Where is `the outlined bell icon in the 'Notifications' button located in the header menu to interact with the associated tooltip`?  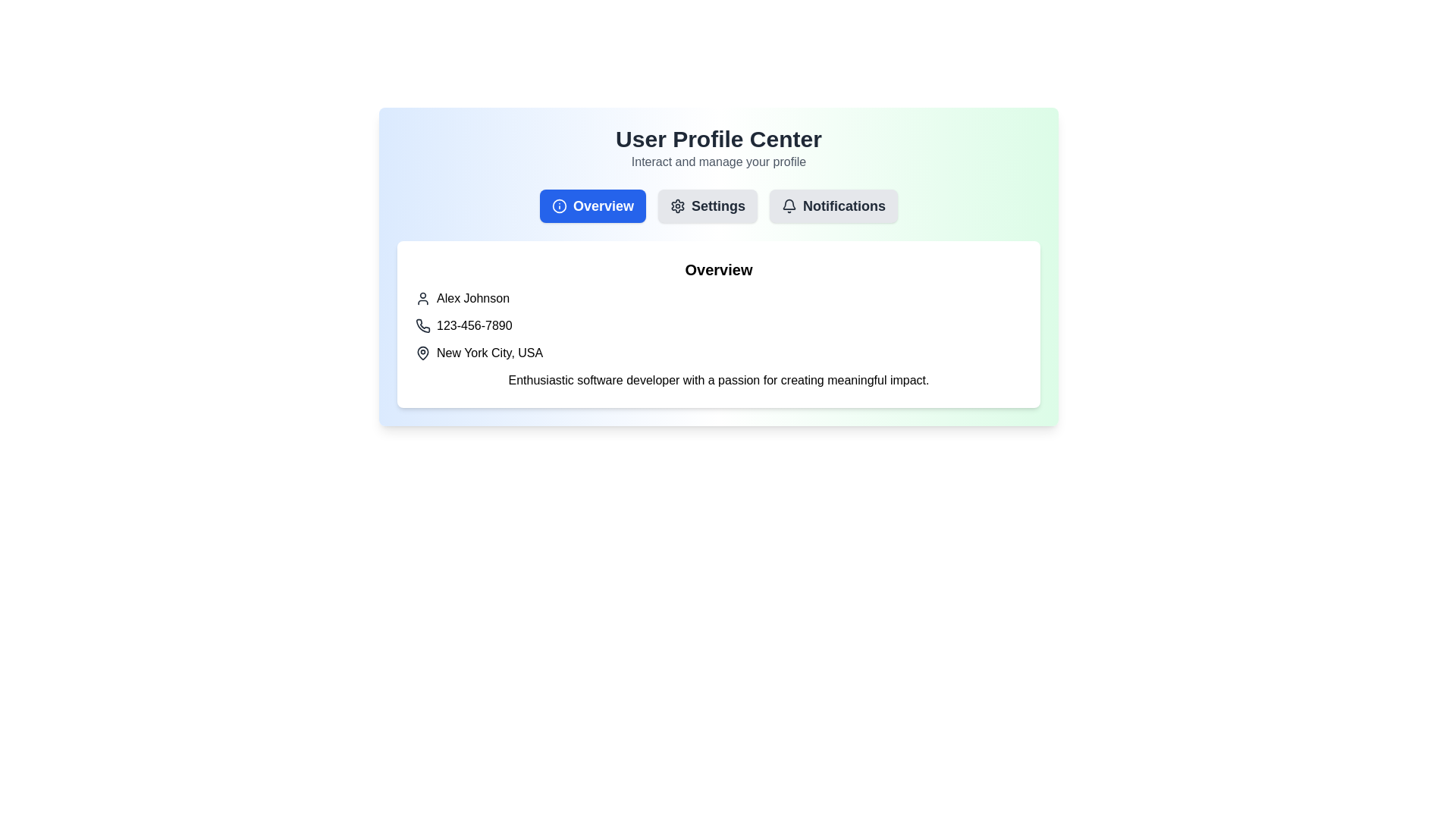 the outlined bell icon in the 'Notifications' button located in the header menu to interact with the associated tooltip is located at coordinates (789, 206).